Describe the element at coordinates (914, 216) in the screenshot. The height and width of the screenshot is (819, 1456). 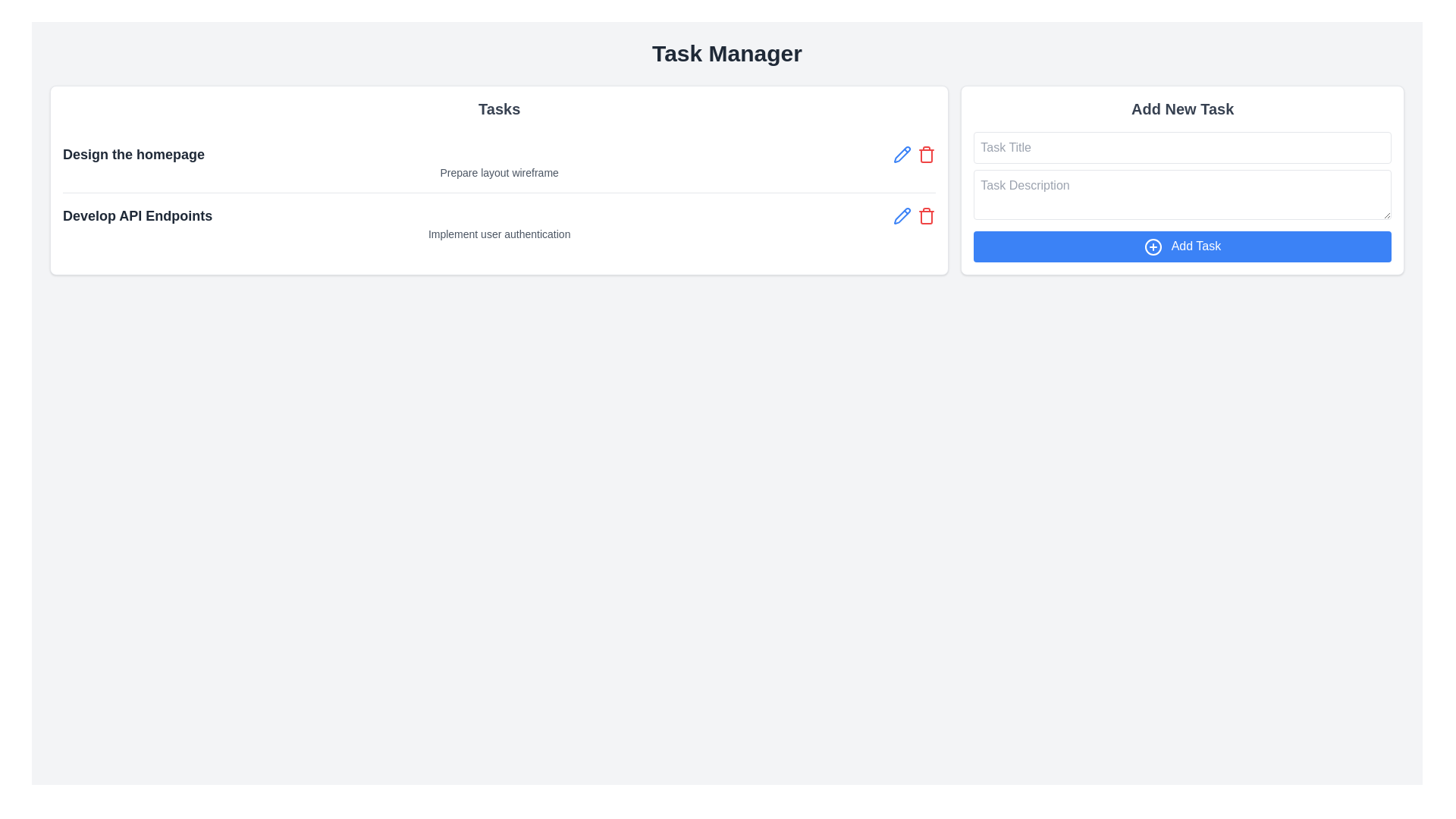
I see `the delete button for the 'Develop API Endpoints' task entry` at that location.